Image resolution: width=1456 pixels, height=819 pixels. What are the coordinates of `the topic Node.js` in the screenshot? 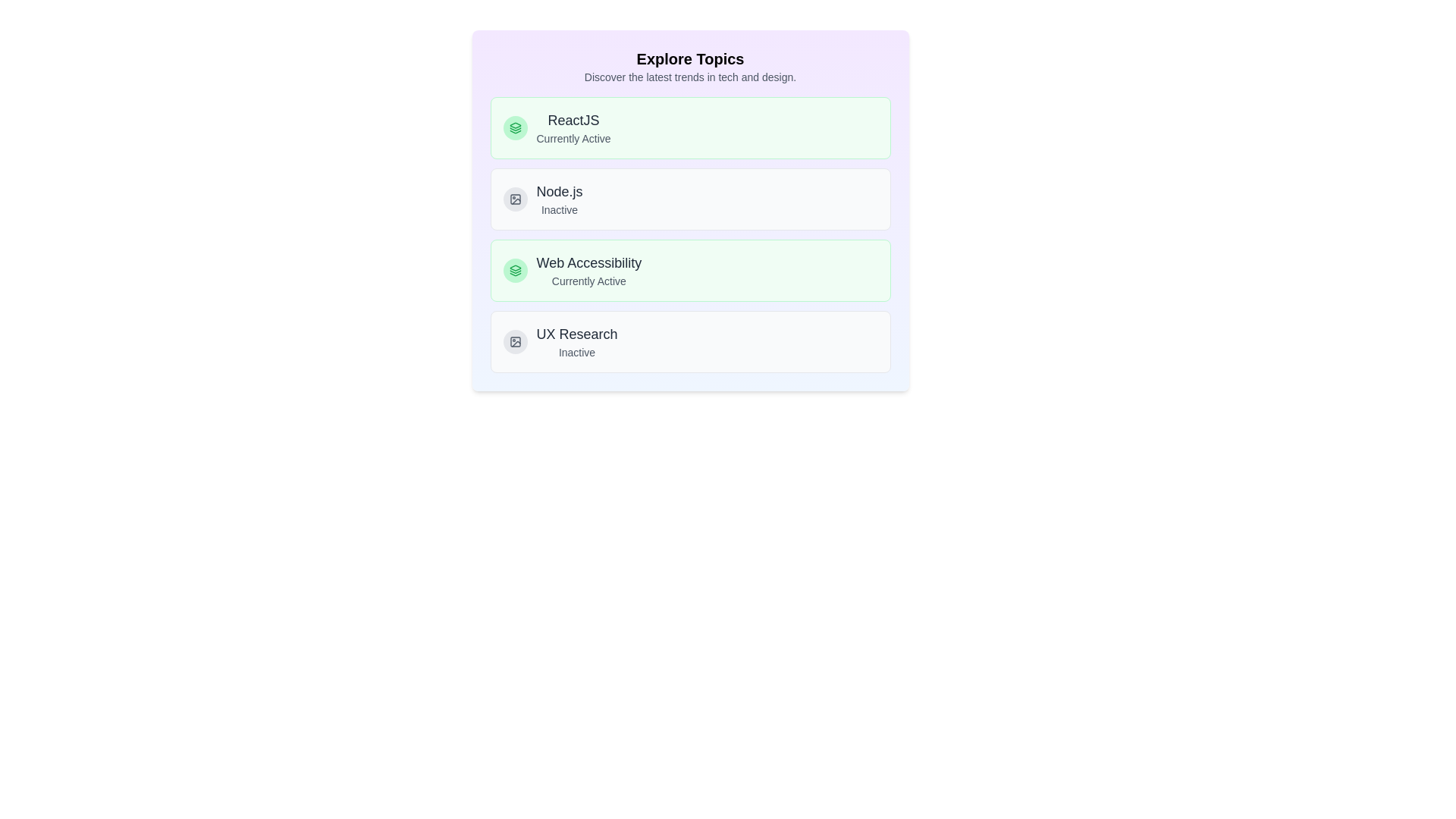 It's located at (689, 198).